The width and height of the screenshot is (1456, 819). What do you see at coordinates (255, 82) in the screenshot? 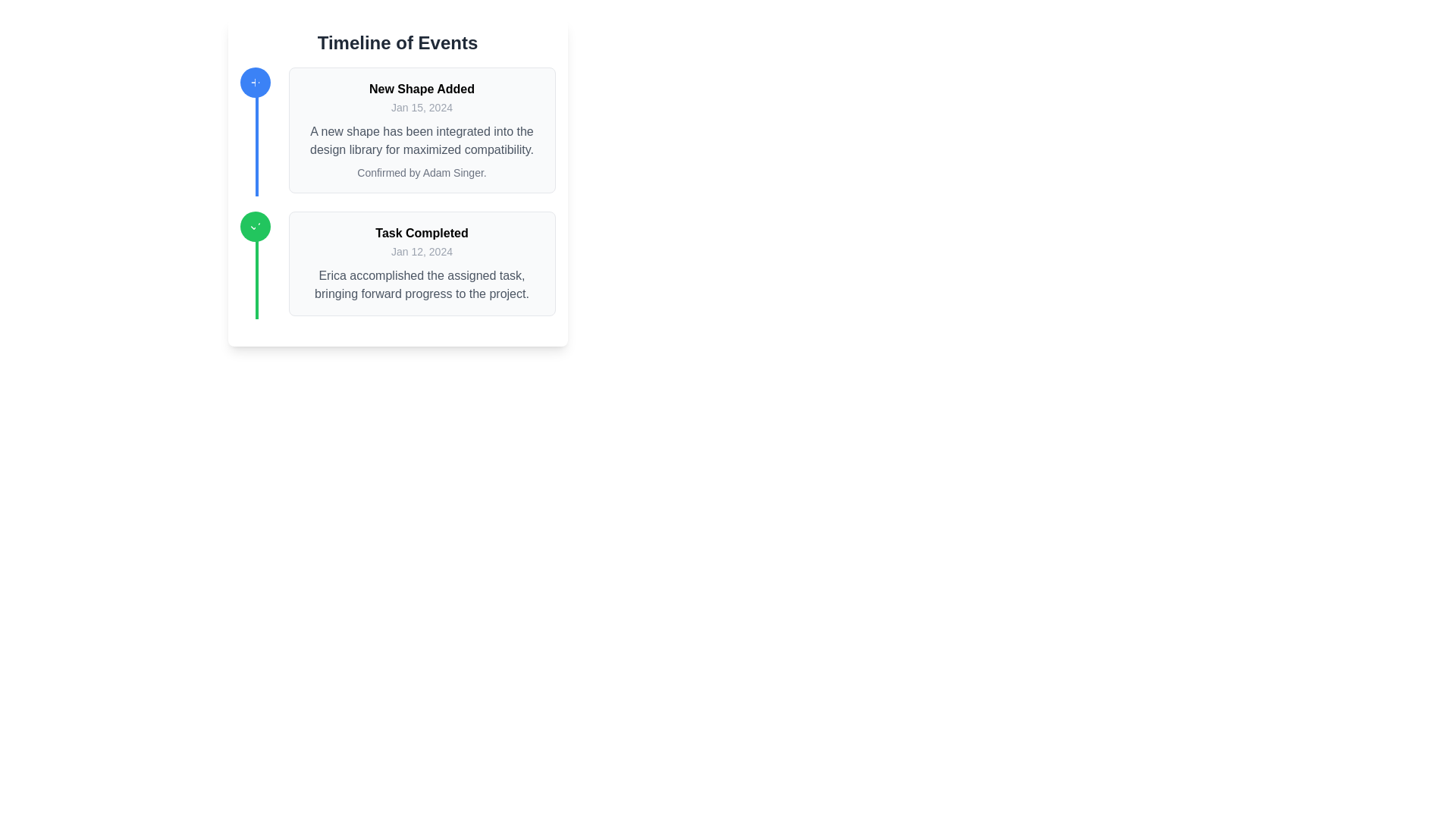
I see `the circular icon that indicates the 'New Shape Added' event, positioned to the left of the corresponding section in the timeline layout` at bounding box center [255, 82].